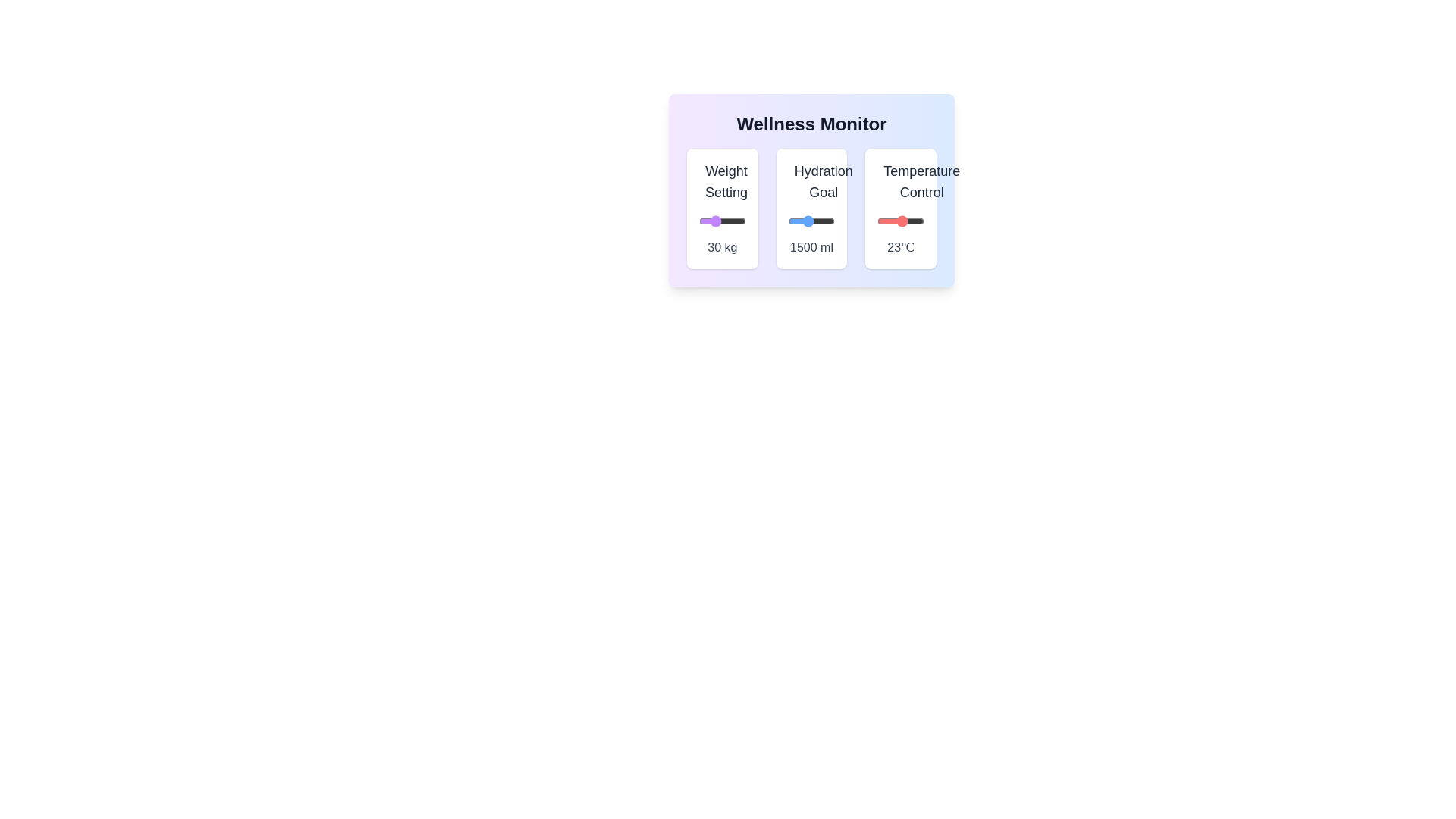 This screenshot has height=819, width=1456. I want to click on weight, so click(740, 221).